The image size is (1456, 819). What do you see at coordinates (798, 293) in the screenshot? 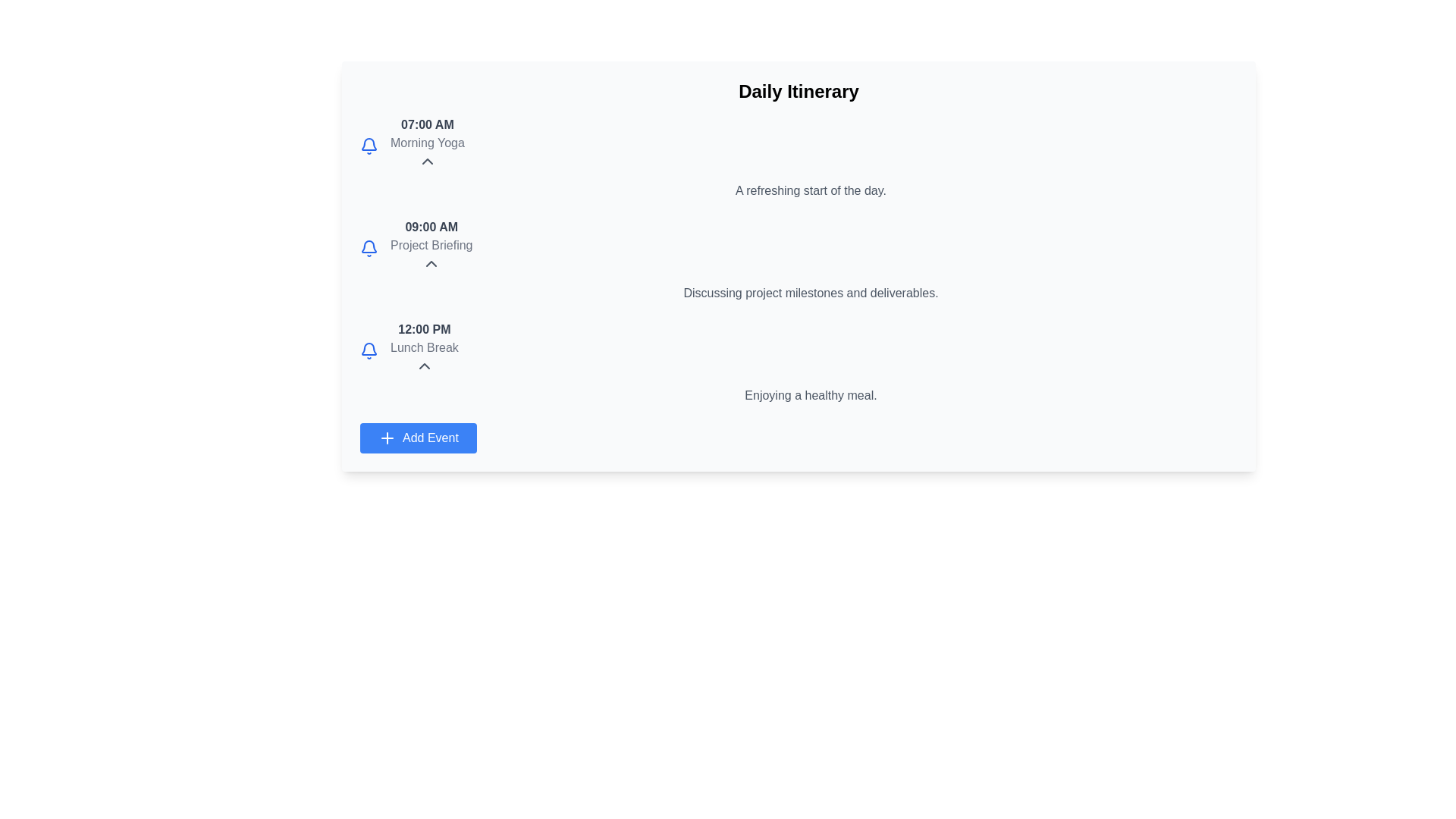
I see `the text element displaying 'Discussing project milestones and deliverables.'` at bounding box center [798, 293].